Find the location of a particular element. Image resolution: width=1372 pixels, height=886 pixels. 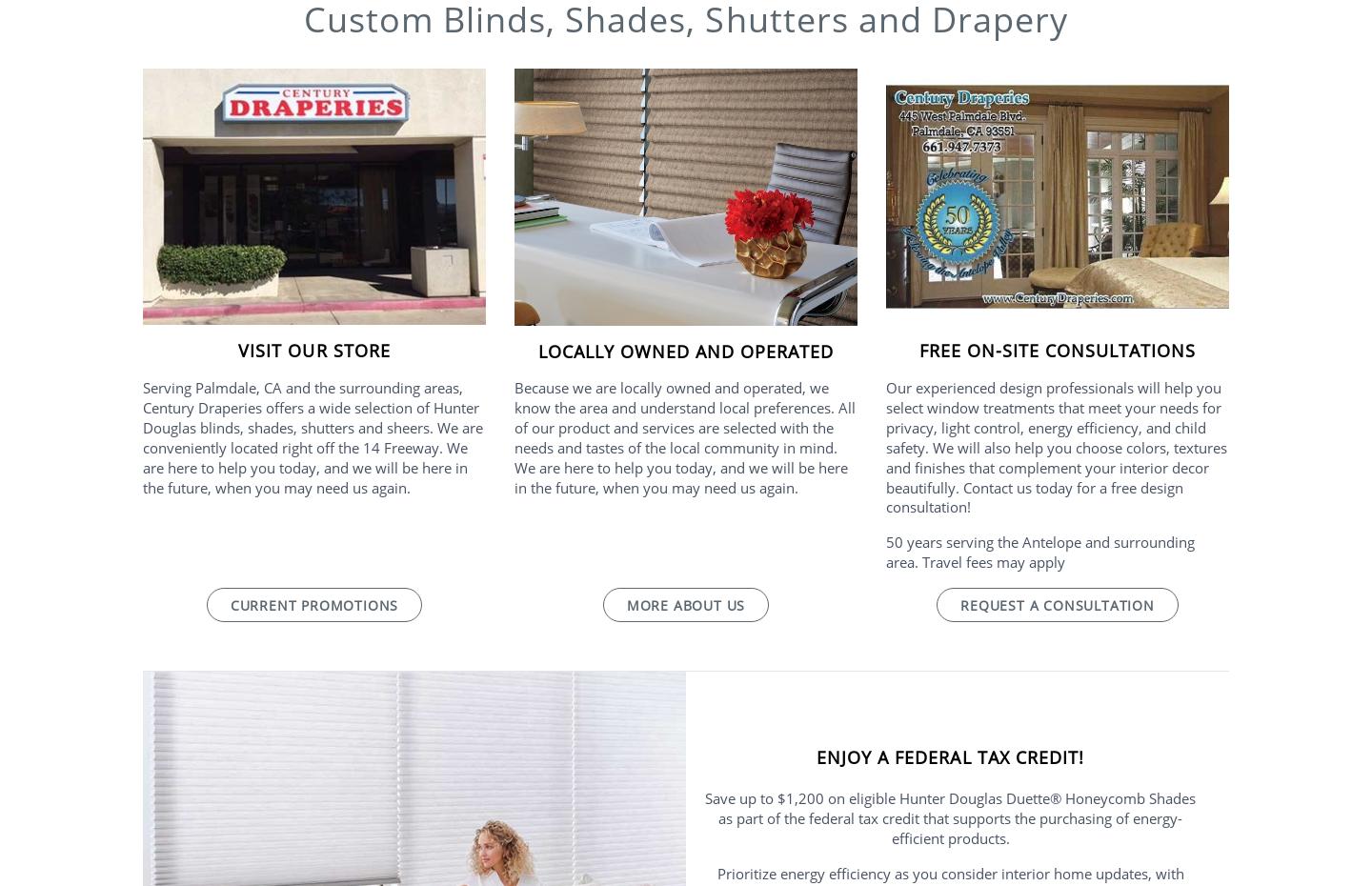

'LOCALLY OWNED AND OPERATED' is located at coordinates (685, 350).